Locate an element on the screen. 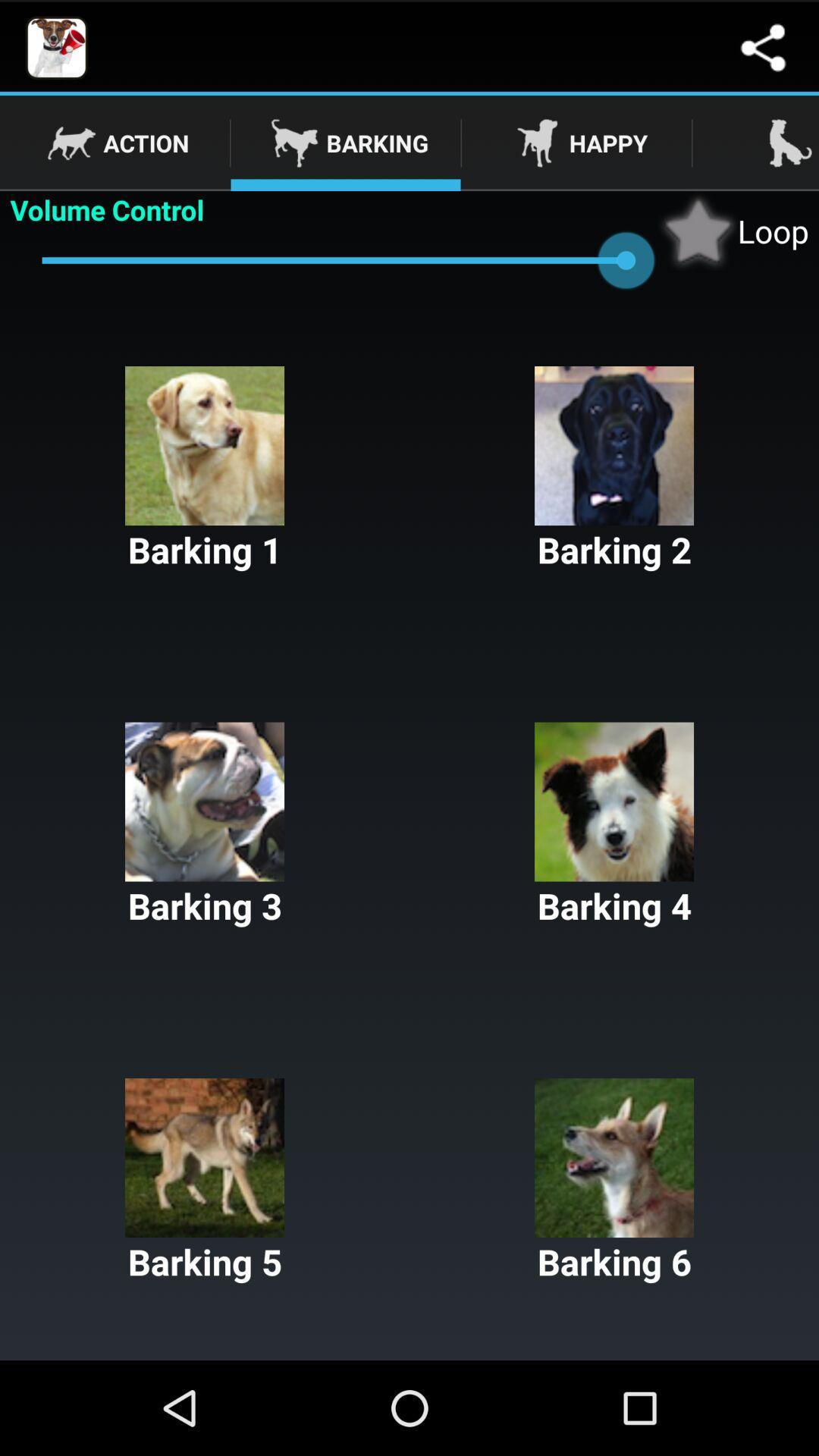  icon below barking 1 button is located at coordinates (614, 825).